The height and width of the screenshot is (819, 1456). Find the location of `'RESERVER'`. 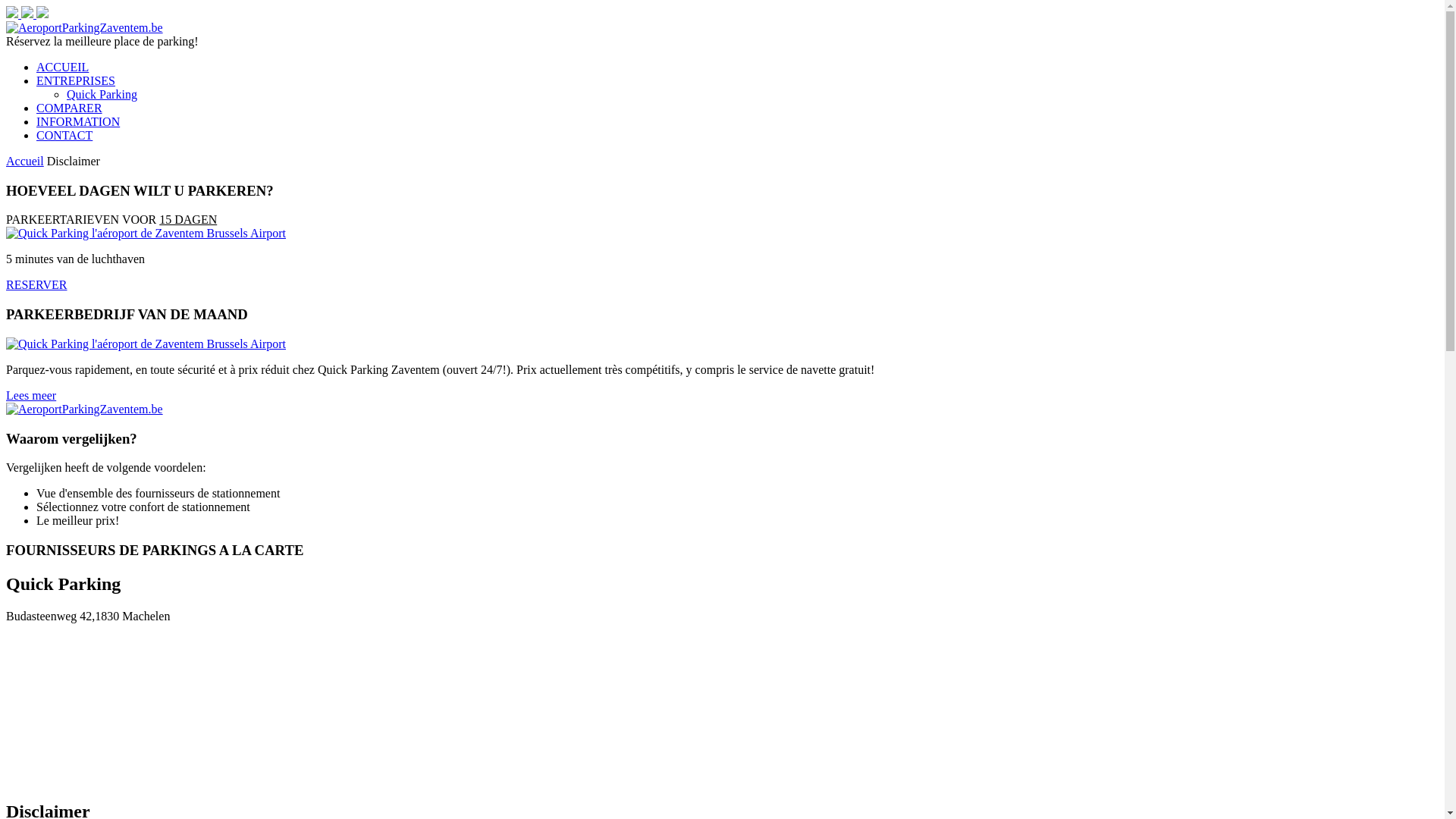

'RESERVER' is located at coordinates (6, 284).